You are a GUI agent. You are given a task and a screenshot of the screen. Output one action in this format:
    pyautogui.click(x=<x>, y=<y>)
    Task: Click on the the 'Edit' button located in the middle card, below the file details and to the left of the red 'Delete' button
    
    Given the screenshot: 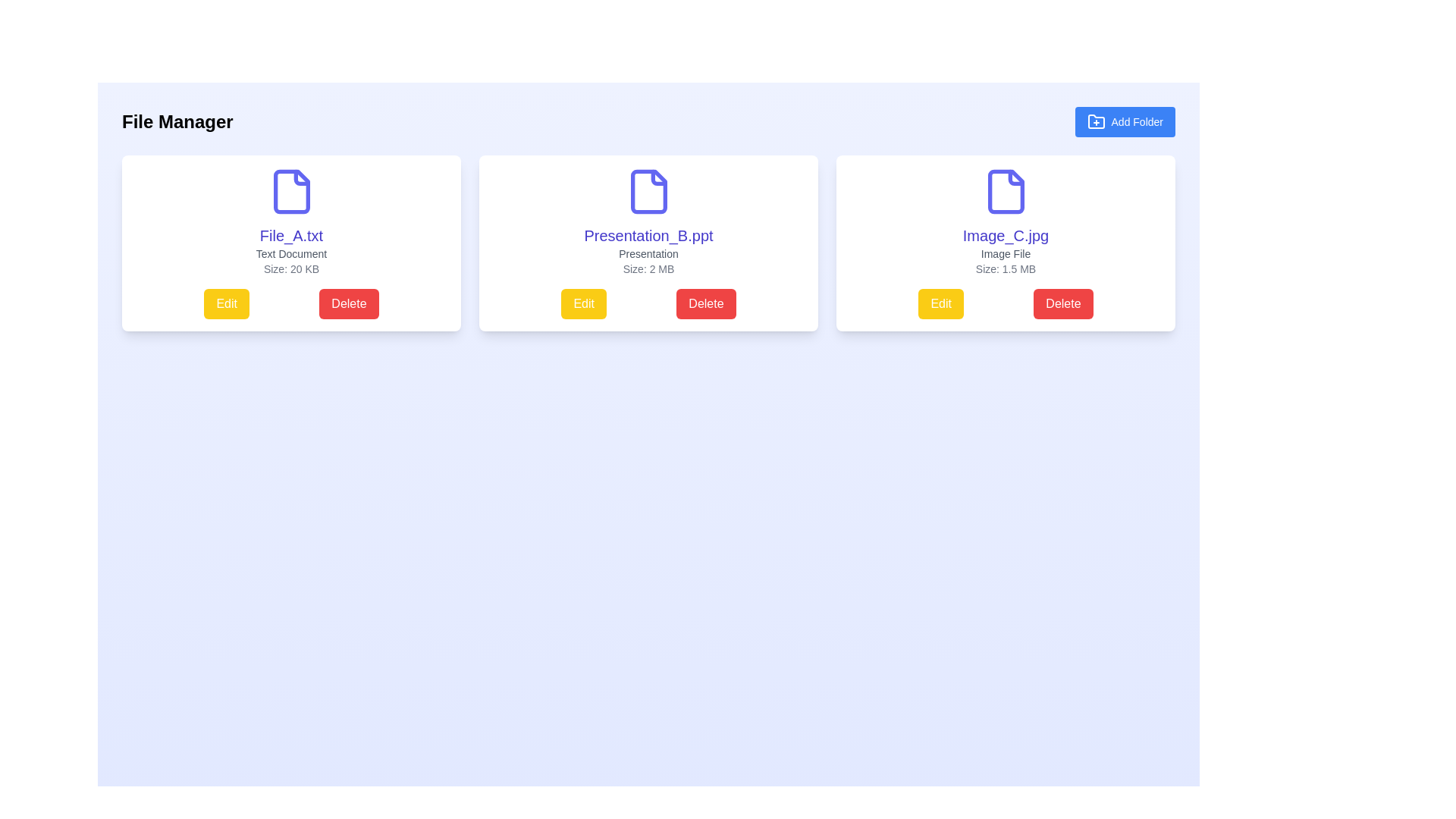 What is the action you would take?
    pyautogui.click(x=583, y=304)
    